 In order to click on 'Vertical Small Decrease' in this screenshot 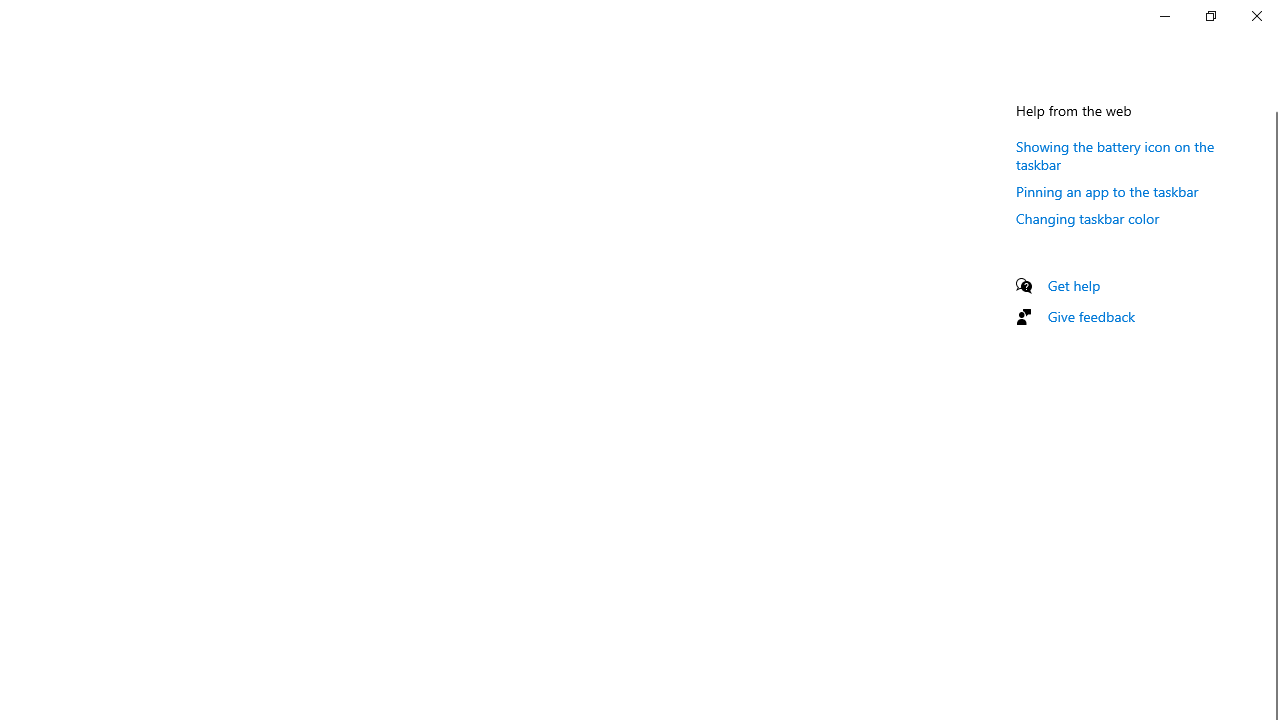, I will do `click(1271, 104)`.